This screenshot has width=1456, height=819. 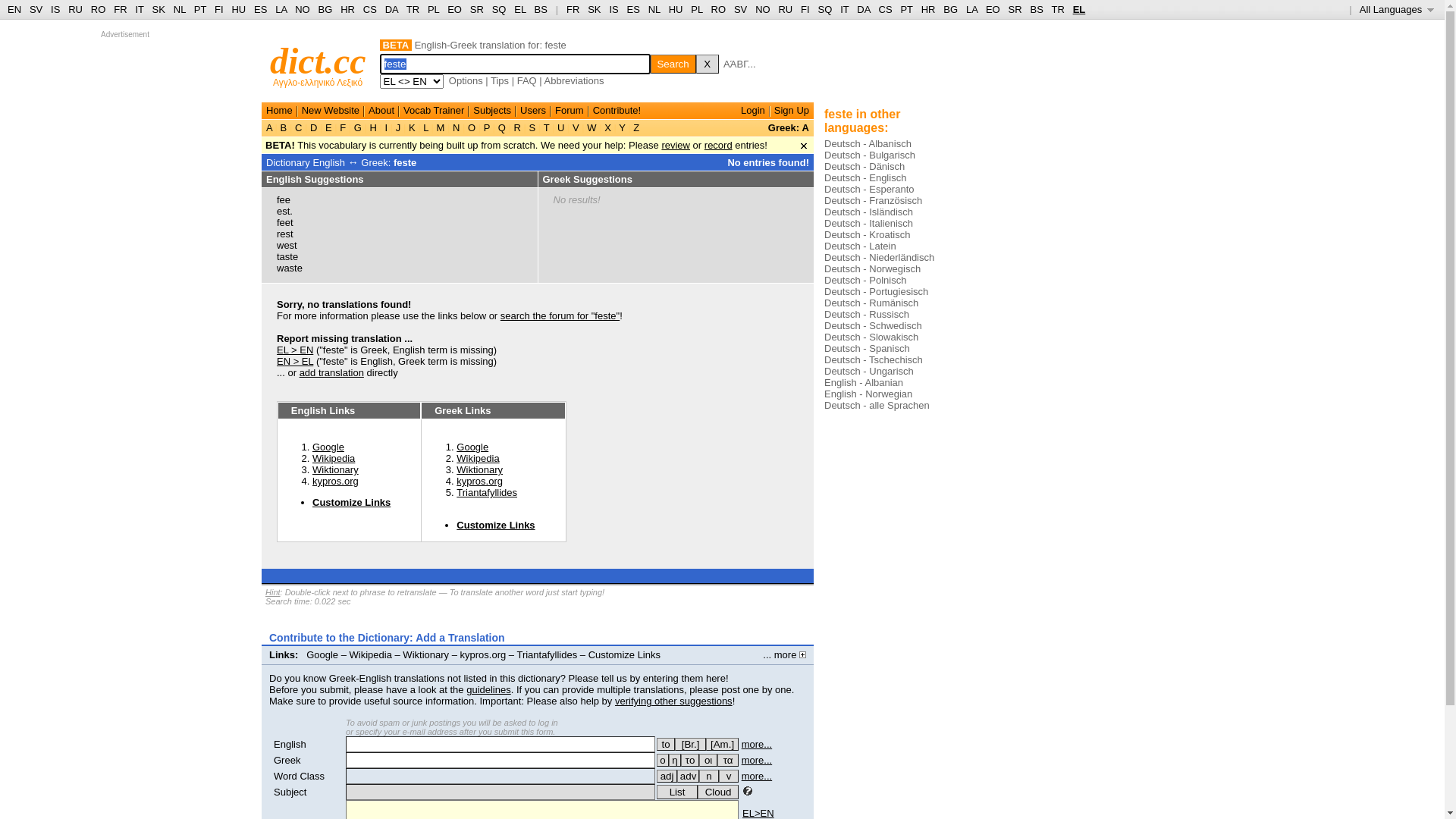 I want to click on 'EN > EL', so click(x=276, y=361).